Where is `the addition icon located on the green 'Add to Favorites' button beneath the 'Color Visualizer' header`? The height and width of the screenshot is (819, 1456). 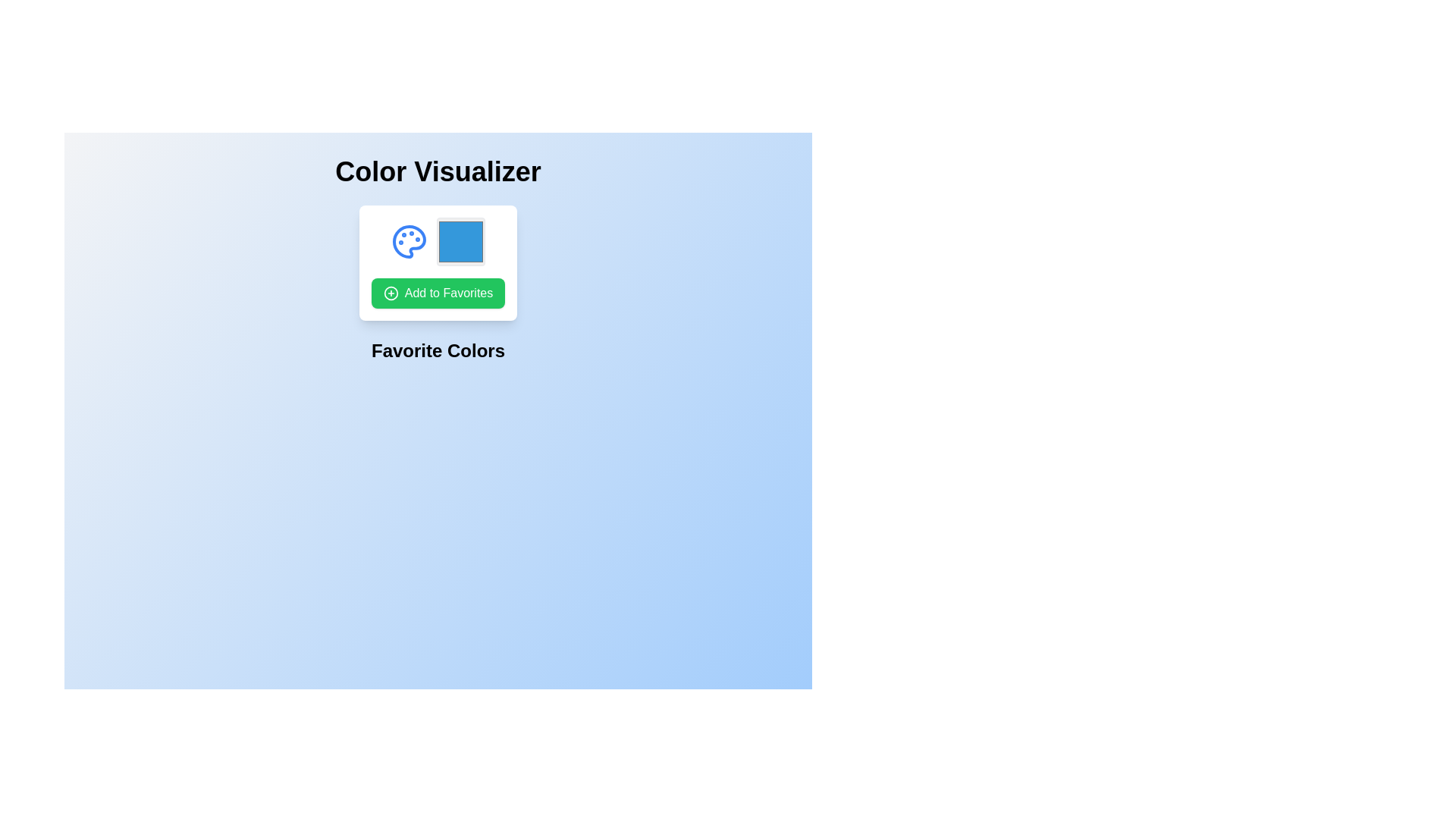
the addition icon located on the green 'Add to Favorites' button beneath the 'Color Visualizer' header is located at coordinates (391, 293).